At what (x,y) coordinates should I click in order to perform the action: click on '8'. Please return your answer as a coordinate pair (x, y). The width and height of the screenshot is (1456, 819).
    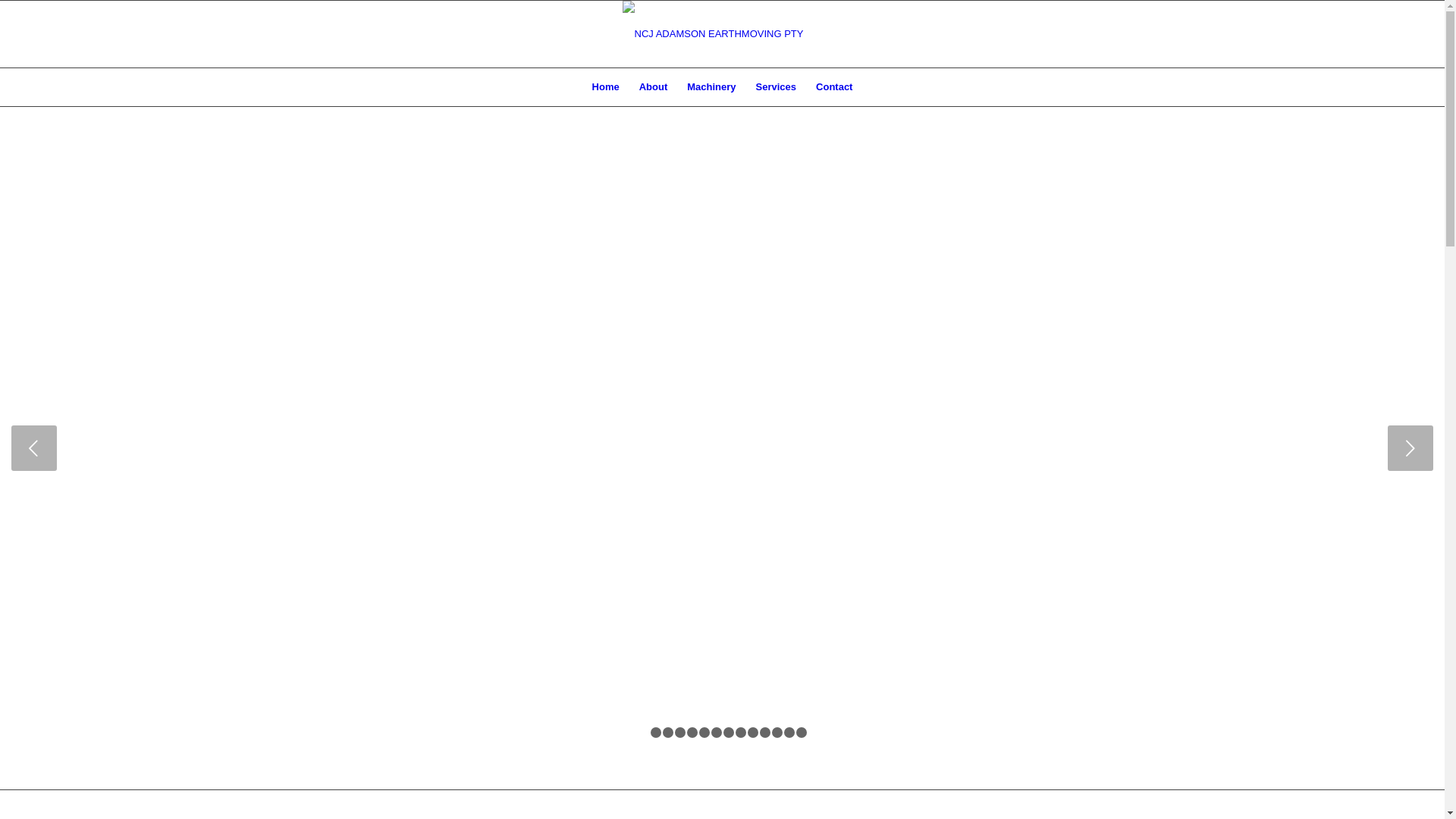
    Looking at the image, I should click on (723, 731).